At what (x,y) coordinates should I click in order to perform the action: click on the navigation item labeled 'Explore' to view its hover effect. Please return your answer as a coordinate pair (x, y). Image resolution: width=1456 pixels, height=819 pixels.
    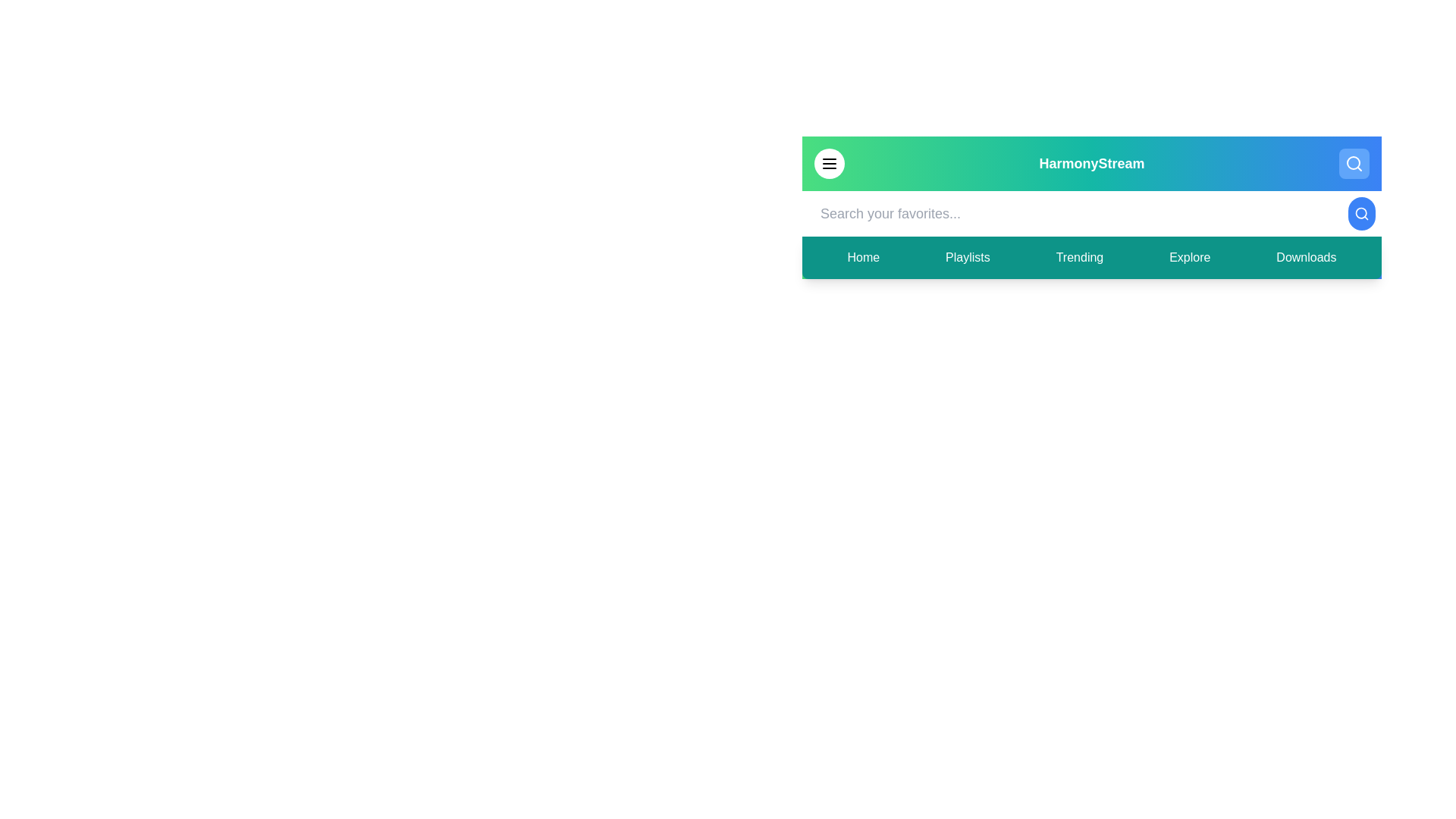
    Looking at the image, I should click on (1189, 256).